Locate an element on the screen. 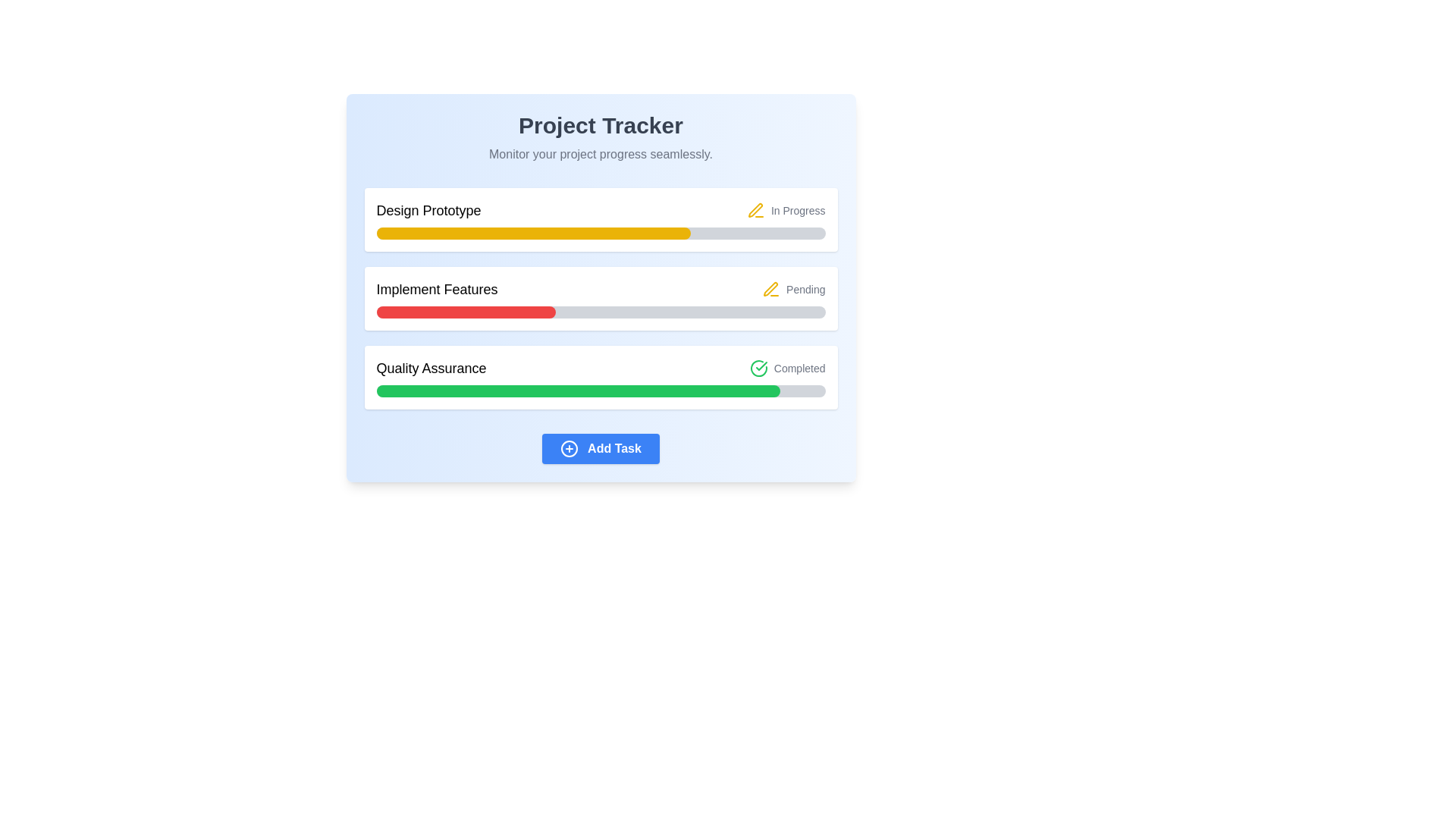 Image resolution: width=1456 pixels, height=819 pixels. the 'Pending' status label indicating the current status of the 'Implement Features' task in the project tracker interface is located at coordinates (805, 289).